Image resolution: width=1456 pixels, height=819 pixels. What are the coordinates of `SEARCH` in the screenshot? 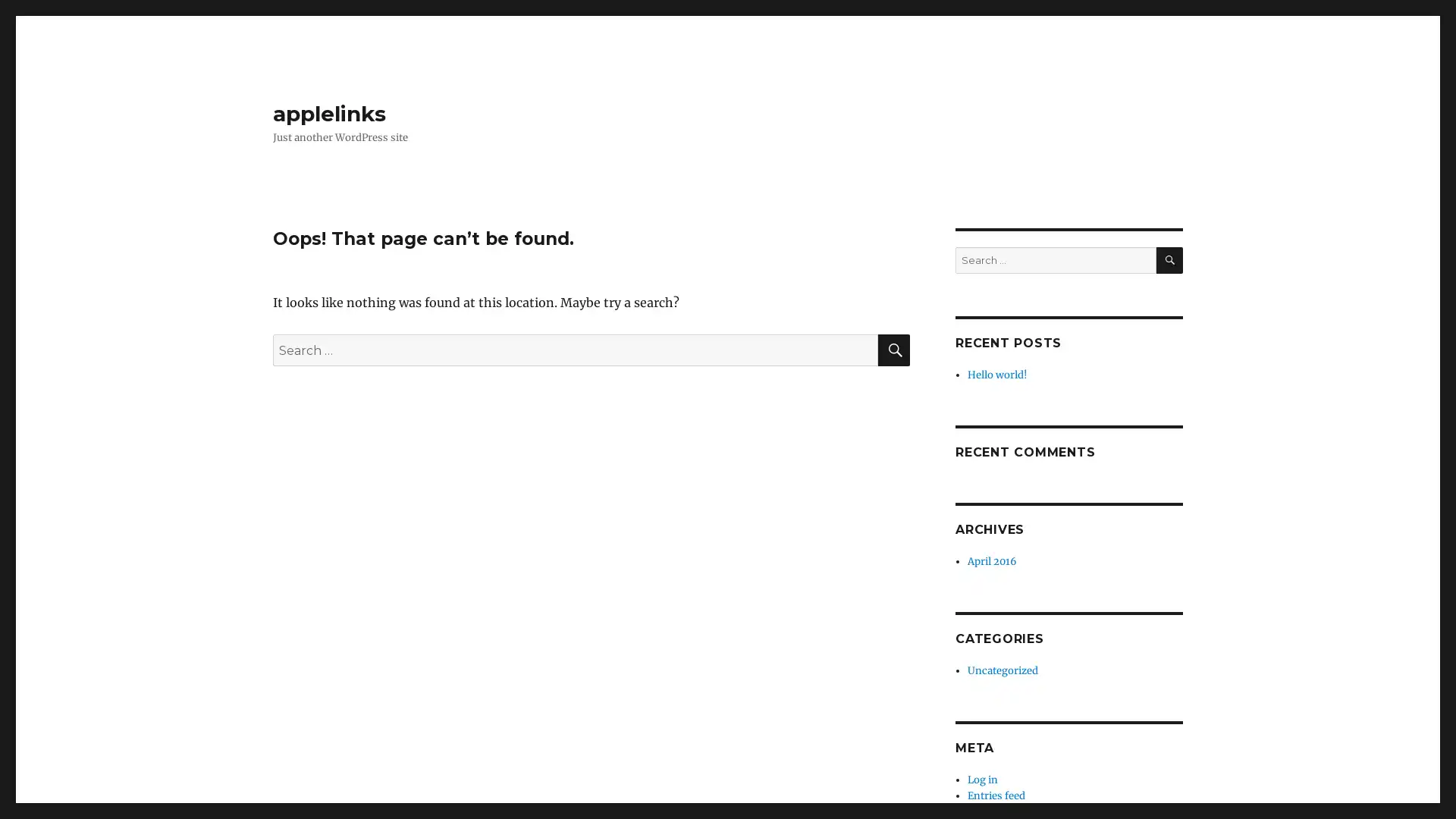 It's located at (1169, 259).